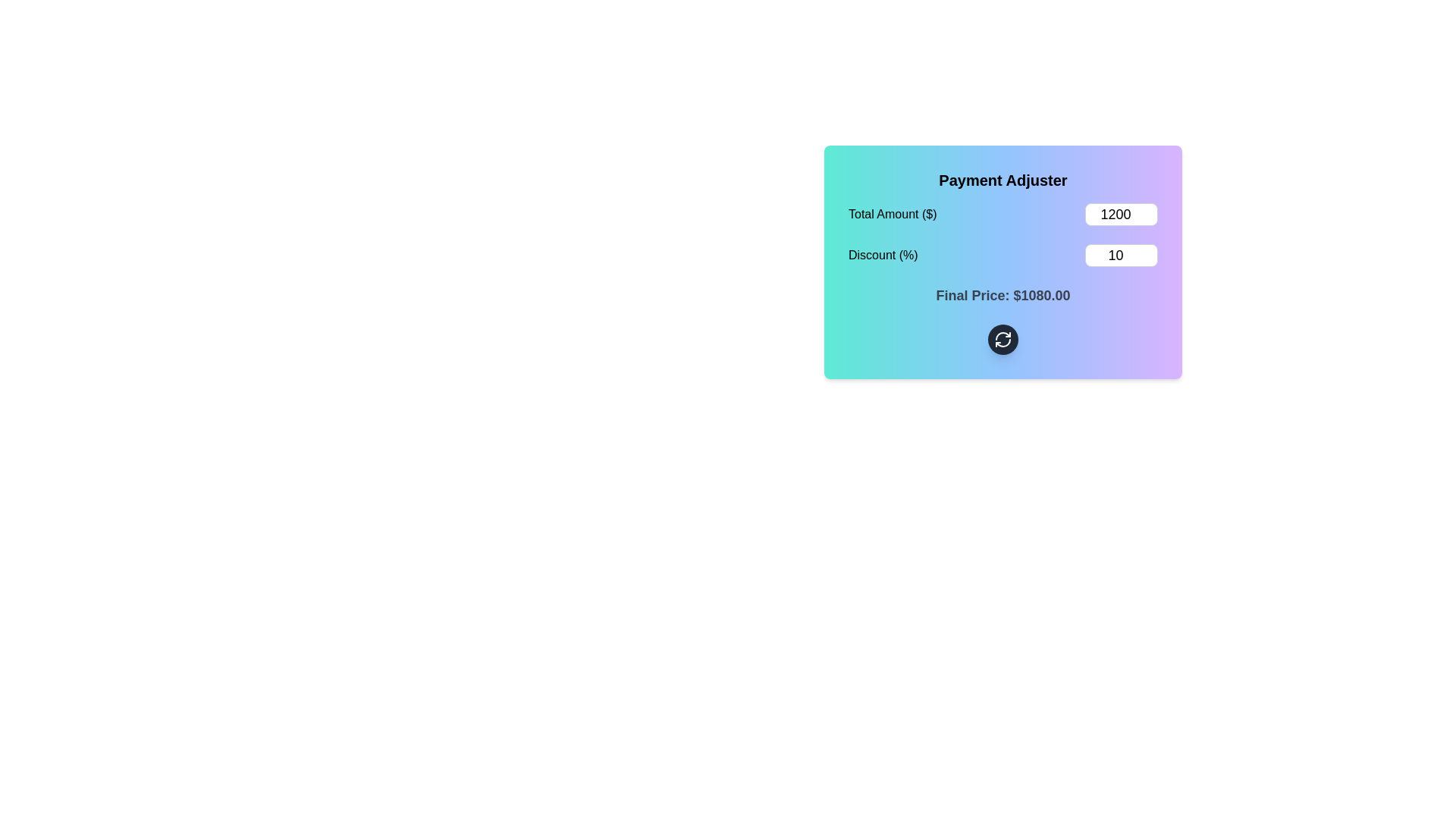 The image size is (1456, 819). What do you see at coordinates (1003, 180) in the screenshot?
I see `the 'Payment Adjuster' text label, which is styled in bold and large font, located at the top-center of the gradient-shaded card interface` at bounding box center [1003, 180].